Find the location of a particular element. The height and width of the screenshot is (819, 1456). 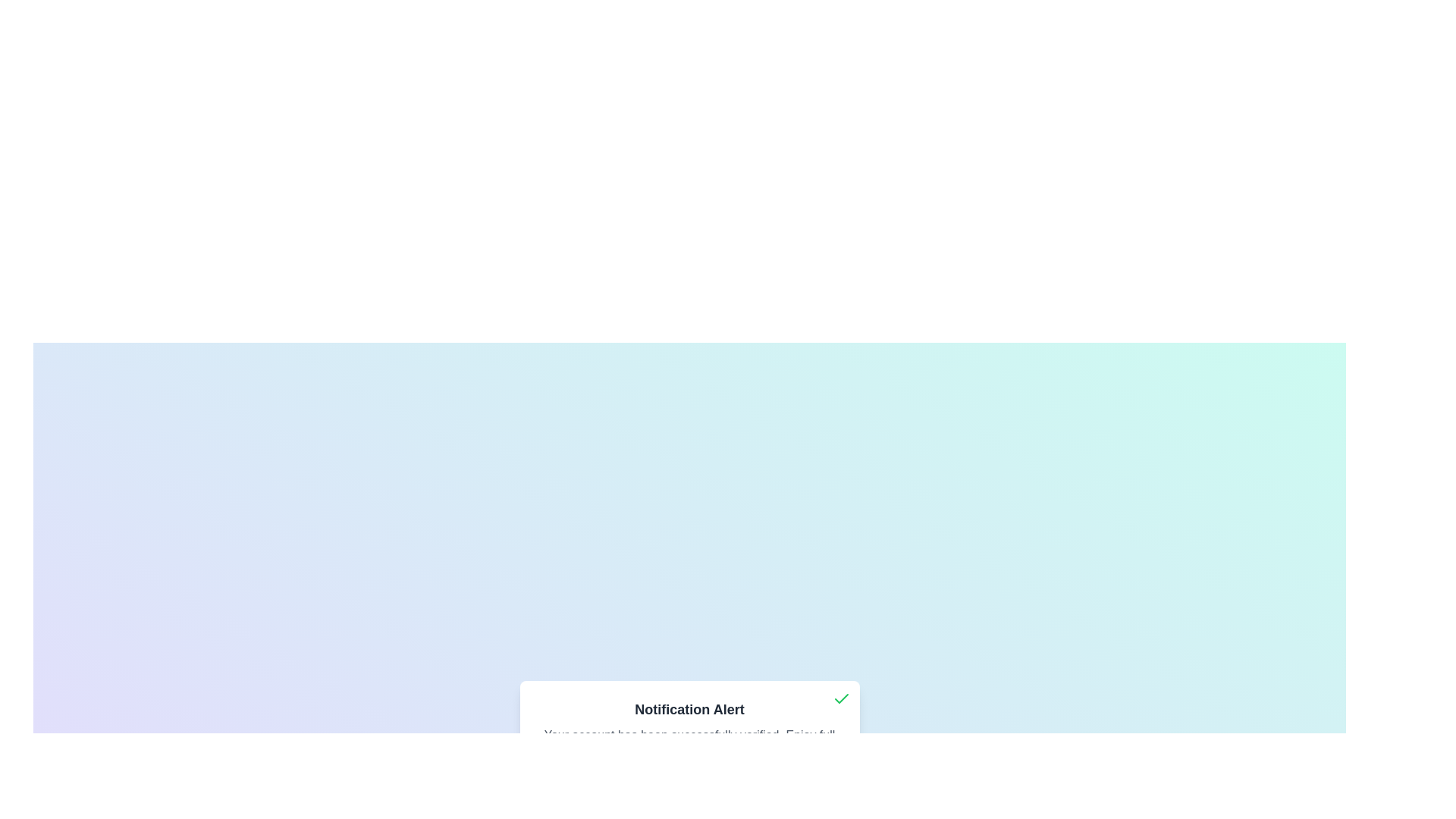

the visual icon at the top-right corner of the alert box is located at coordinates (840, 698).